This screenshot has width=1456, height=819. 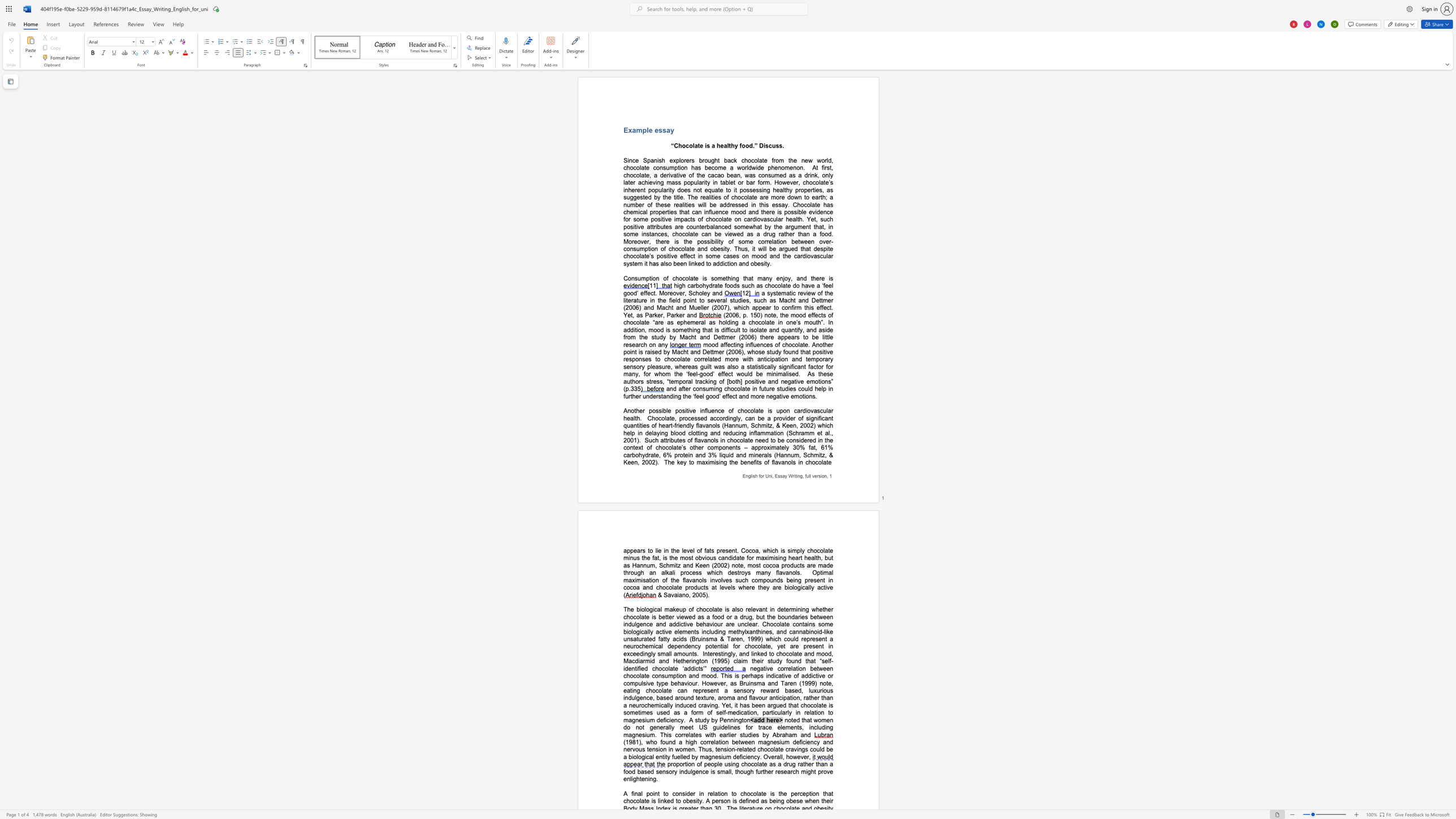 What do you see at coordinates (770, 410) in the screenshot?
I see `the 4th character "s" in the text` at bounding box center [770, 410].